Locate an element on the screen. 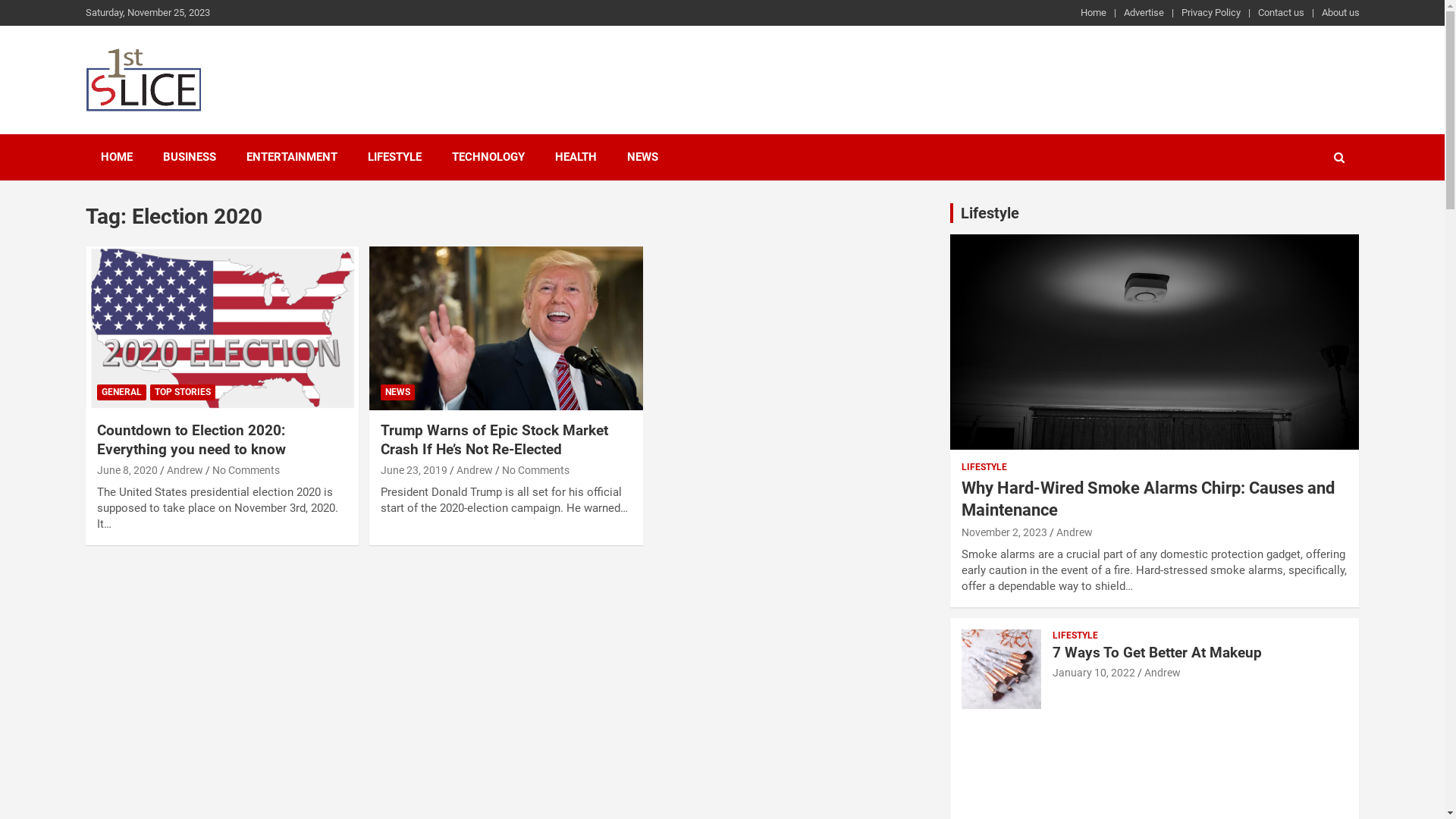 This screenshot has height=819, width=1456. 'ENTERTAINMENT' is located at coordinates (291, 157).